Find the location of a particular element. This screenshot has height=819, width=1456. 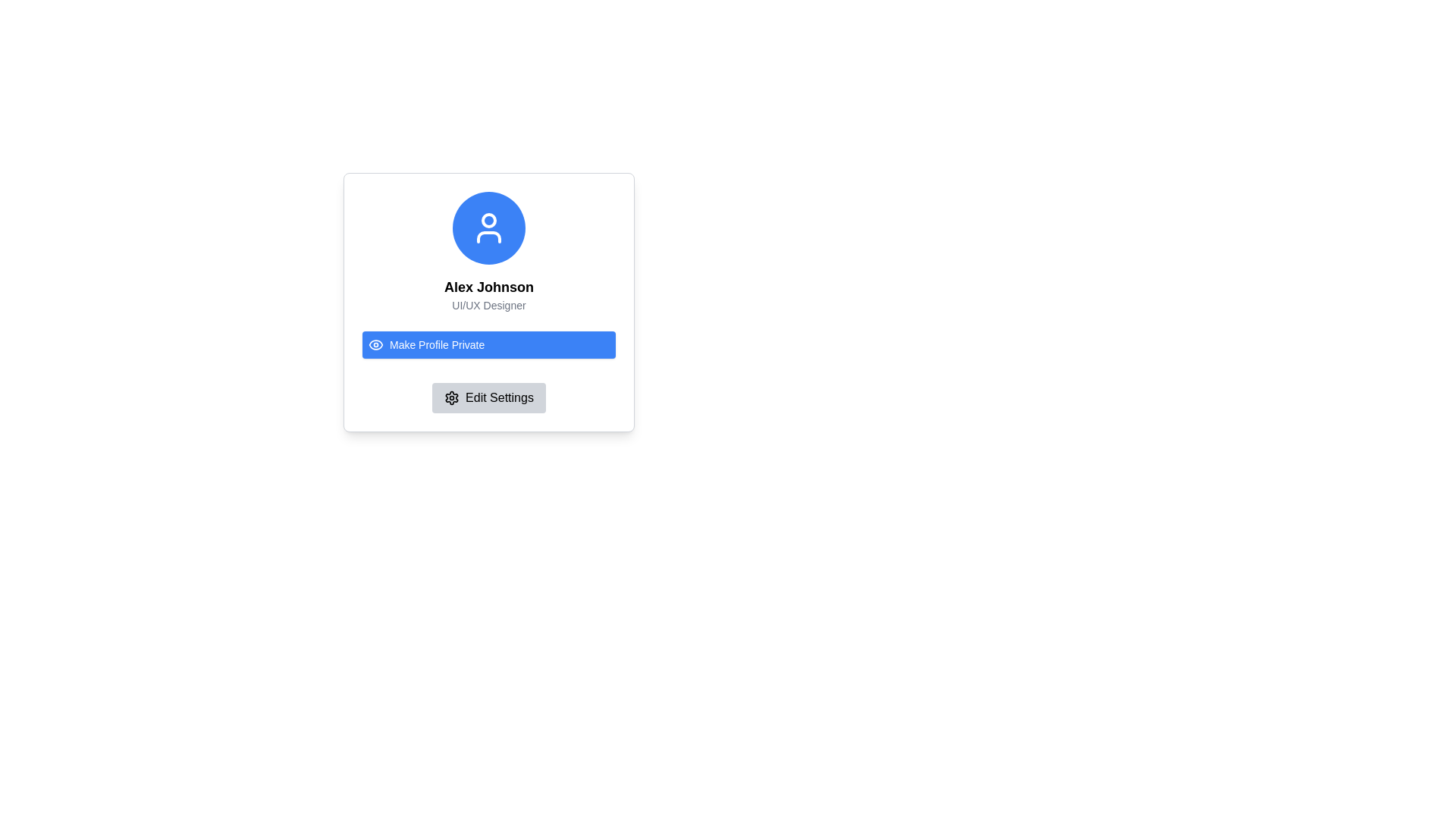

the user profile icon, which is a white circular head with a curved line suggesting shoulders, located at the center of a blue background above the text 'Alex Johnson' is located at coordinates (488, 227).